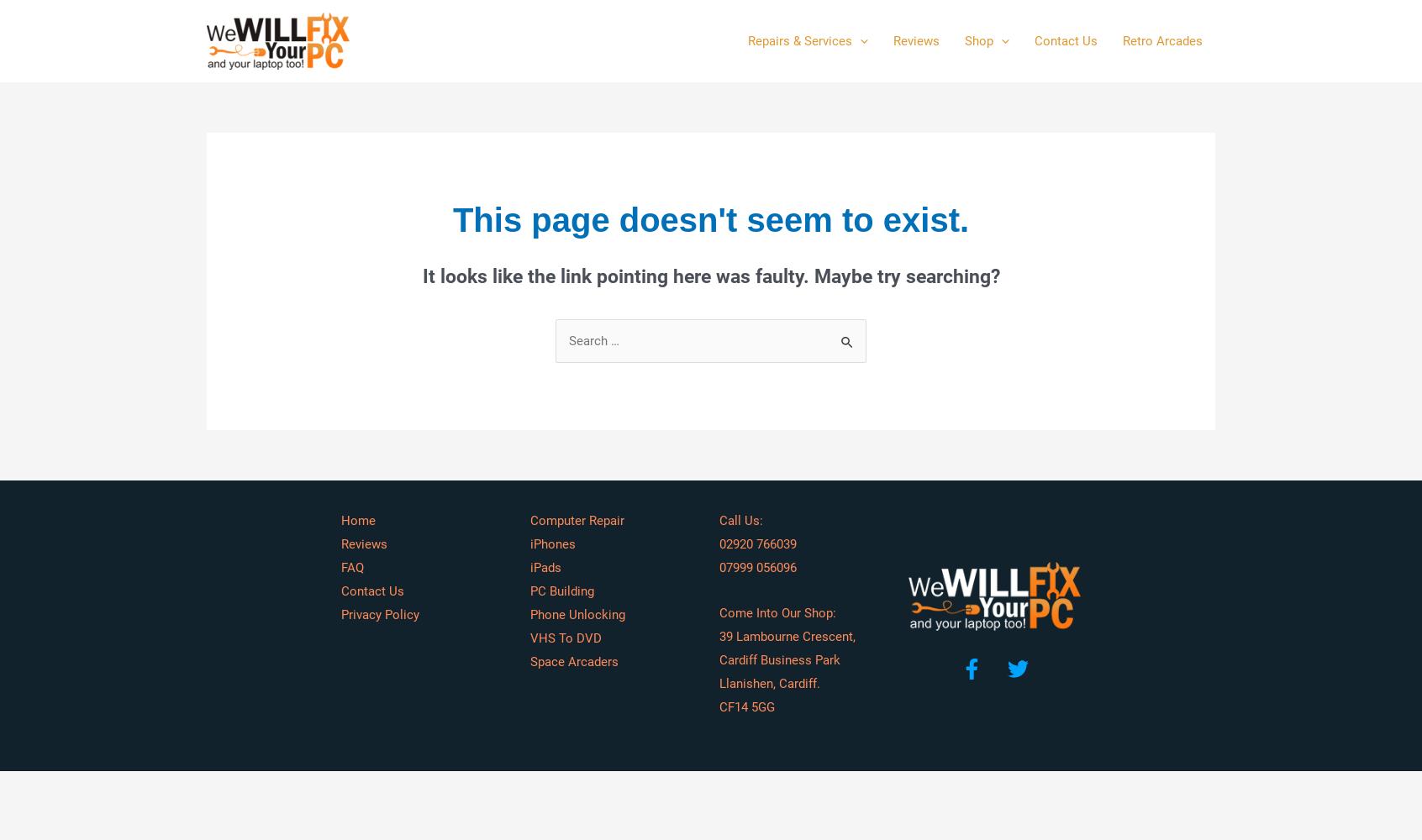 This screenshot has height=840, width=1422. What do you see at coordinates (769, 682) in the screenshot?
I see `'Llanishen, Cardiff.'` at bounding box center [769, 682].